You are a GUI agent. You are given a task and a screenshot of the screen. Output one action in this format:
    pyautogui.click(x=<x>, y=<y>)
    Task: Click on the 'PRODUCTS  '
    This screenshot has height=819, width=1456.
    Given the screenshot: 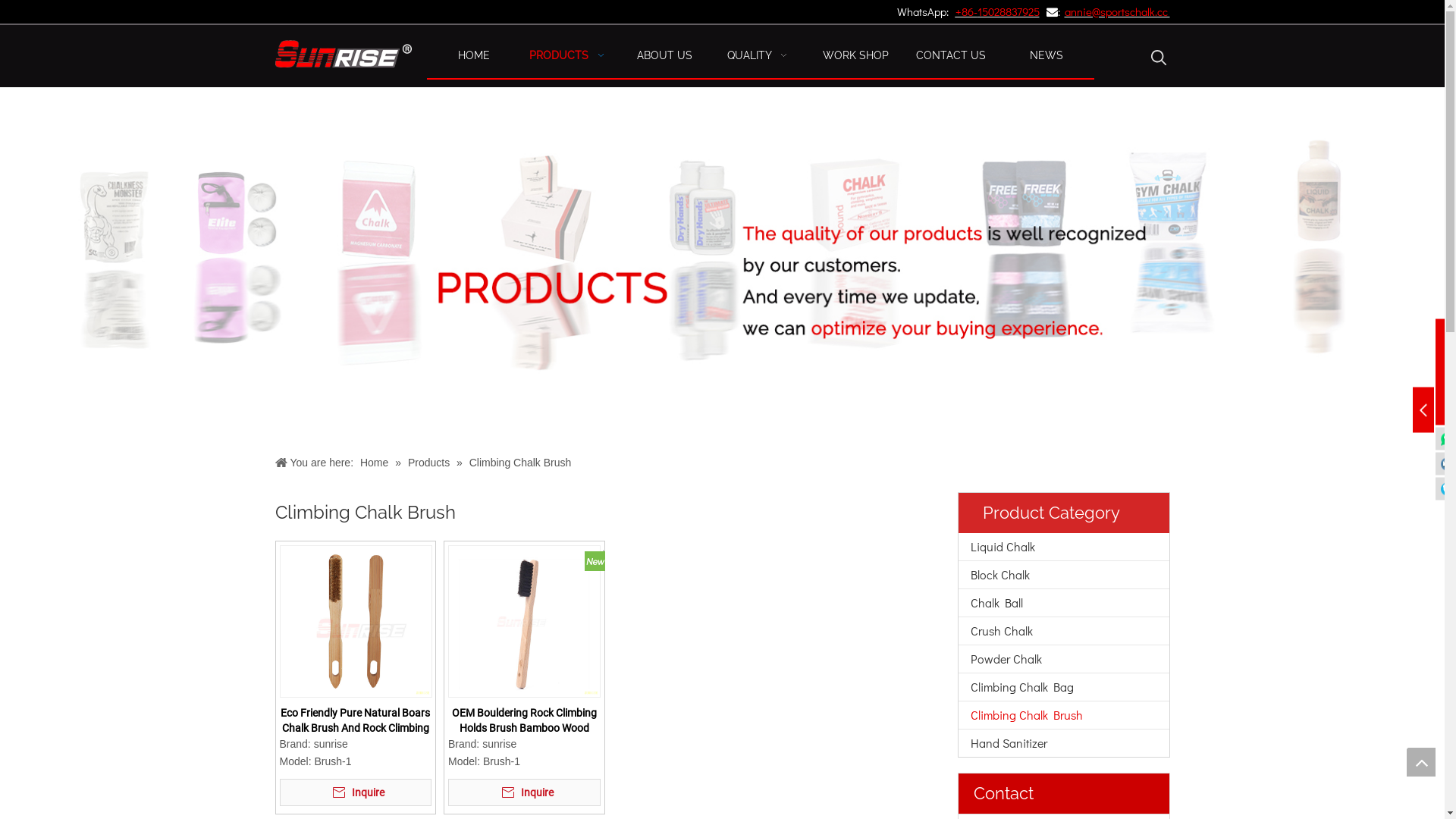 What is the action you would take?
    pyautogui.click(x=568, y=55)
    